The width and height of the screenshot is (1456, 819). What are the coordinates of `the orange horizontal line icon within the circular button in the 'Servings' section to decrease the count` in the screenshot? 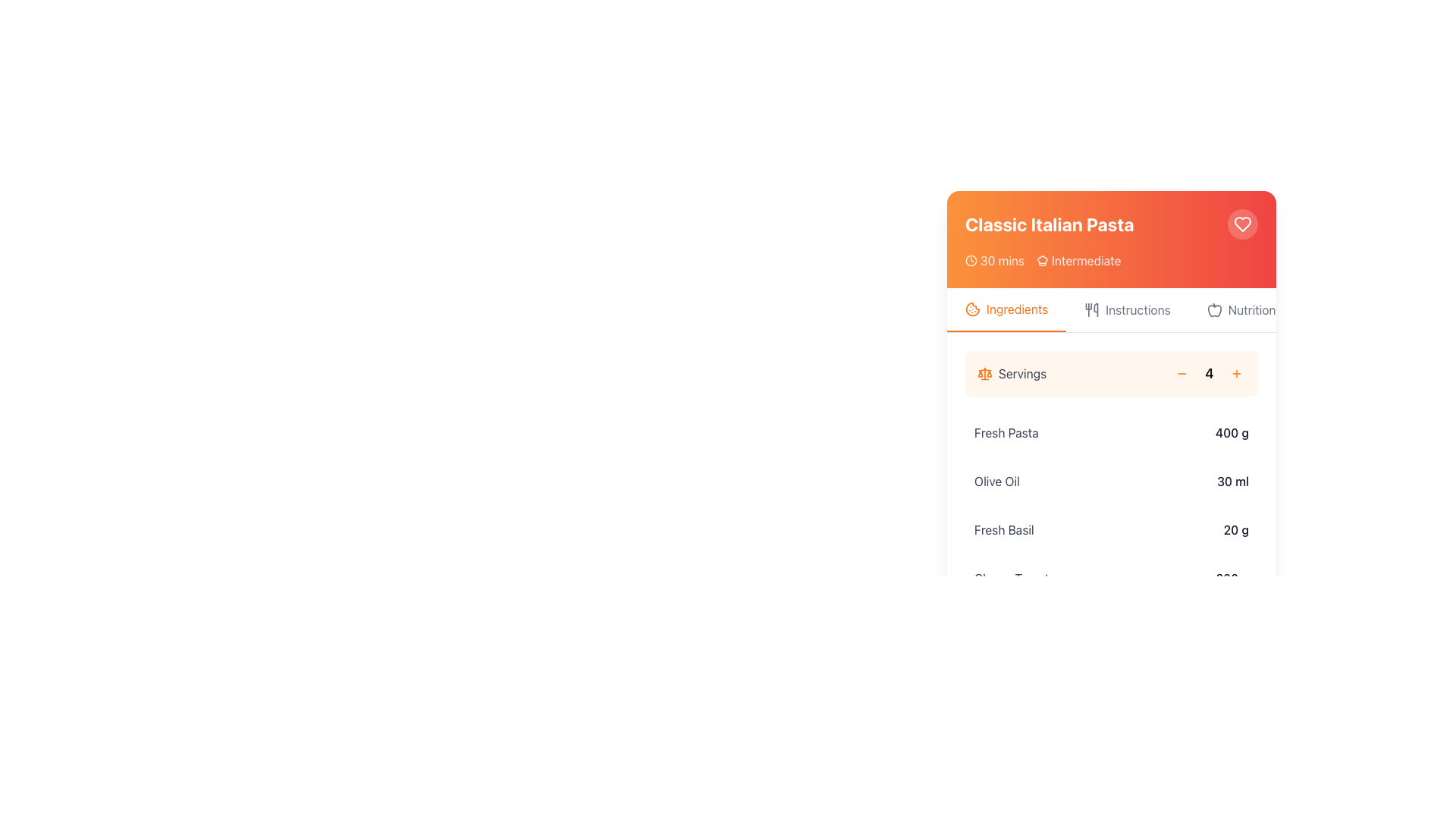 It's located at (1181, 374).